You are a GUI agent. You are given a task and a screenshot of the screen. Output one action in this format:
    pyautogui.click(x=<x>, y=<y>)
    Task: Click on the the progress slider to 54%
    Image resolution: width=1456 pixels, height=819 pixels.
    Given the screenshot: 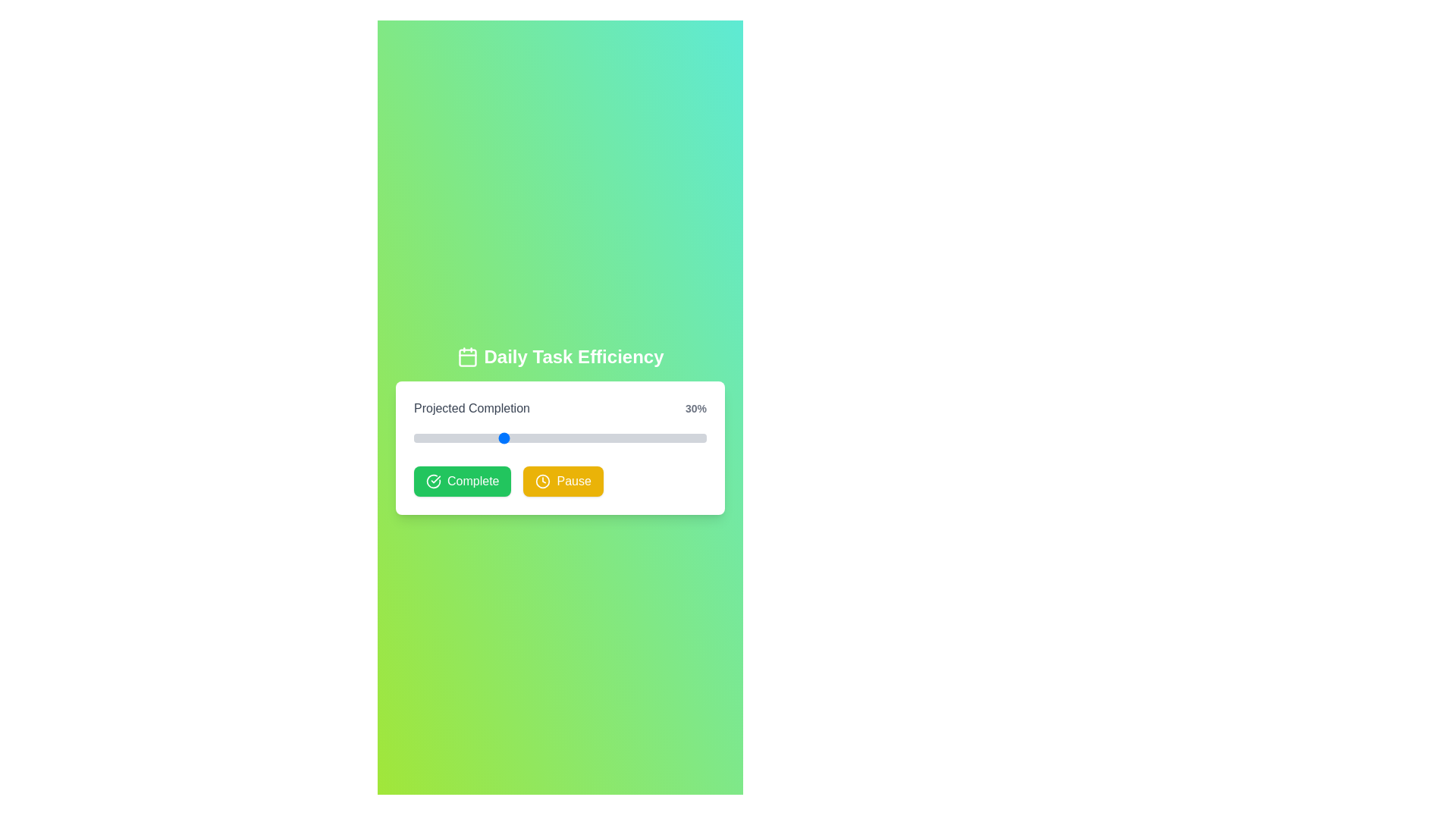 What is the action you would take?
    pyautogui.click(x=571, y=438)
    